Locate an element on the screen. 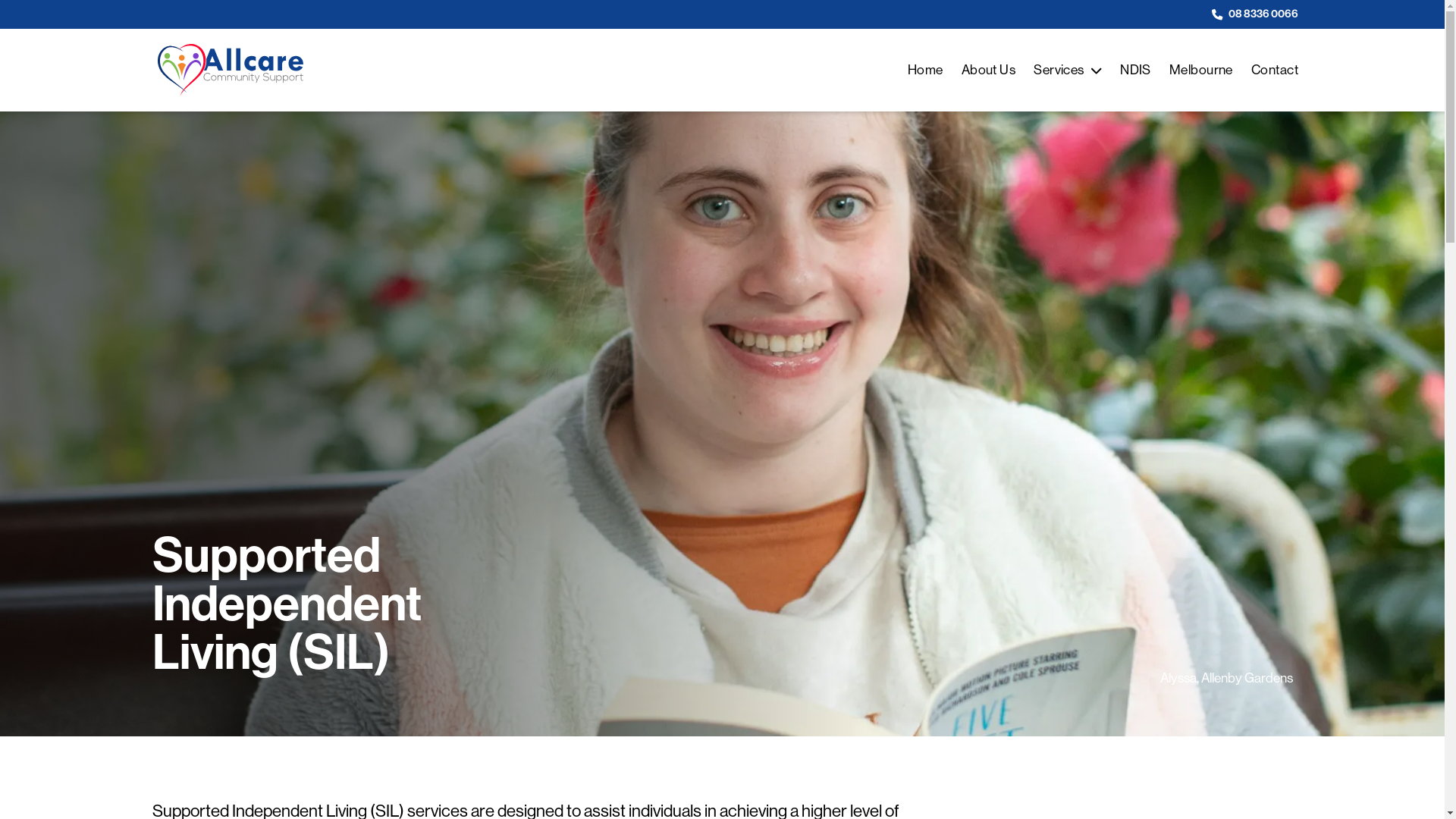 This screenshot has width=1456, height=819. 'Services' is located at coordinates (1066, 70).